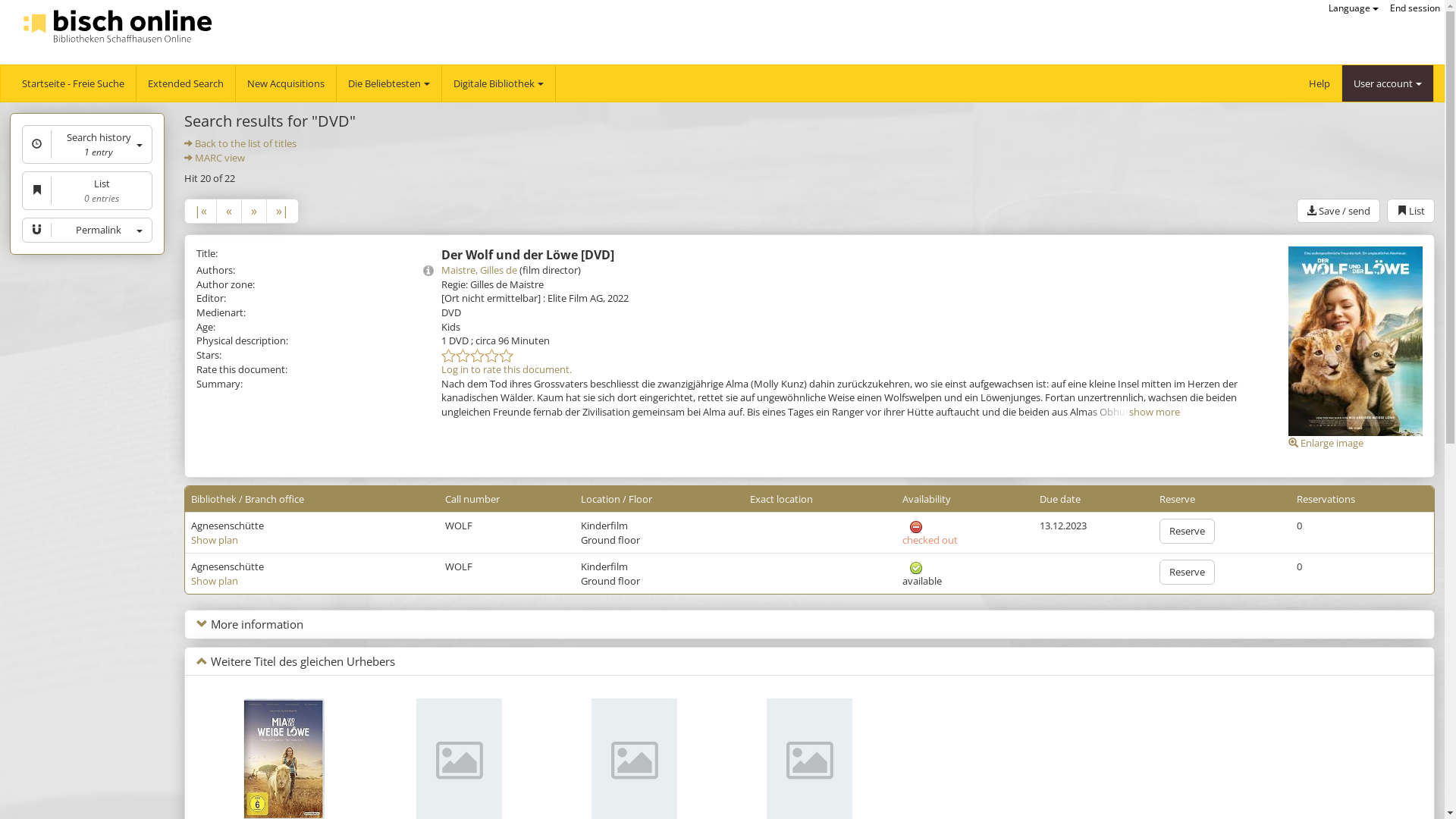  Describe the element at coordinates (781, 499) in the screenshot. I see `'Exact location'` at that location.